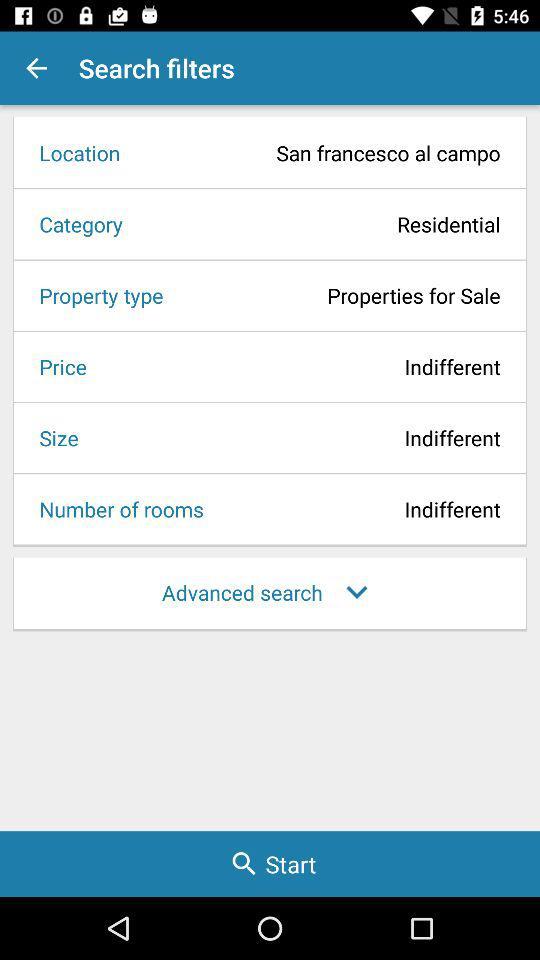  I want to click on the icon to the left of properties for sale icon, so click(93, 294).